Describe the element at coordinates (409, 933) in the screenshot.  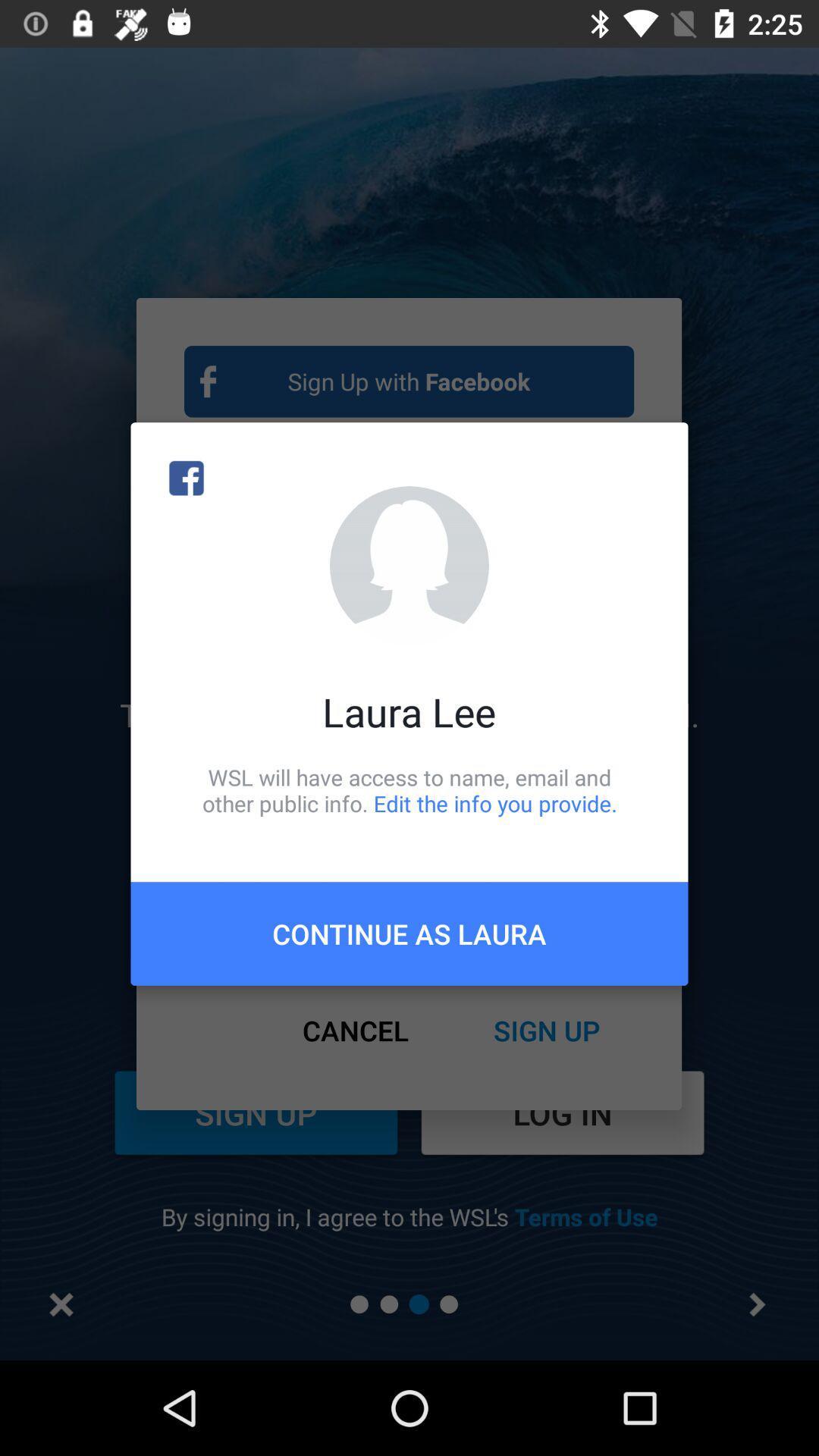
I see `the continue as laura` at that location.